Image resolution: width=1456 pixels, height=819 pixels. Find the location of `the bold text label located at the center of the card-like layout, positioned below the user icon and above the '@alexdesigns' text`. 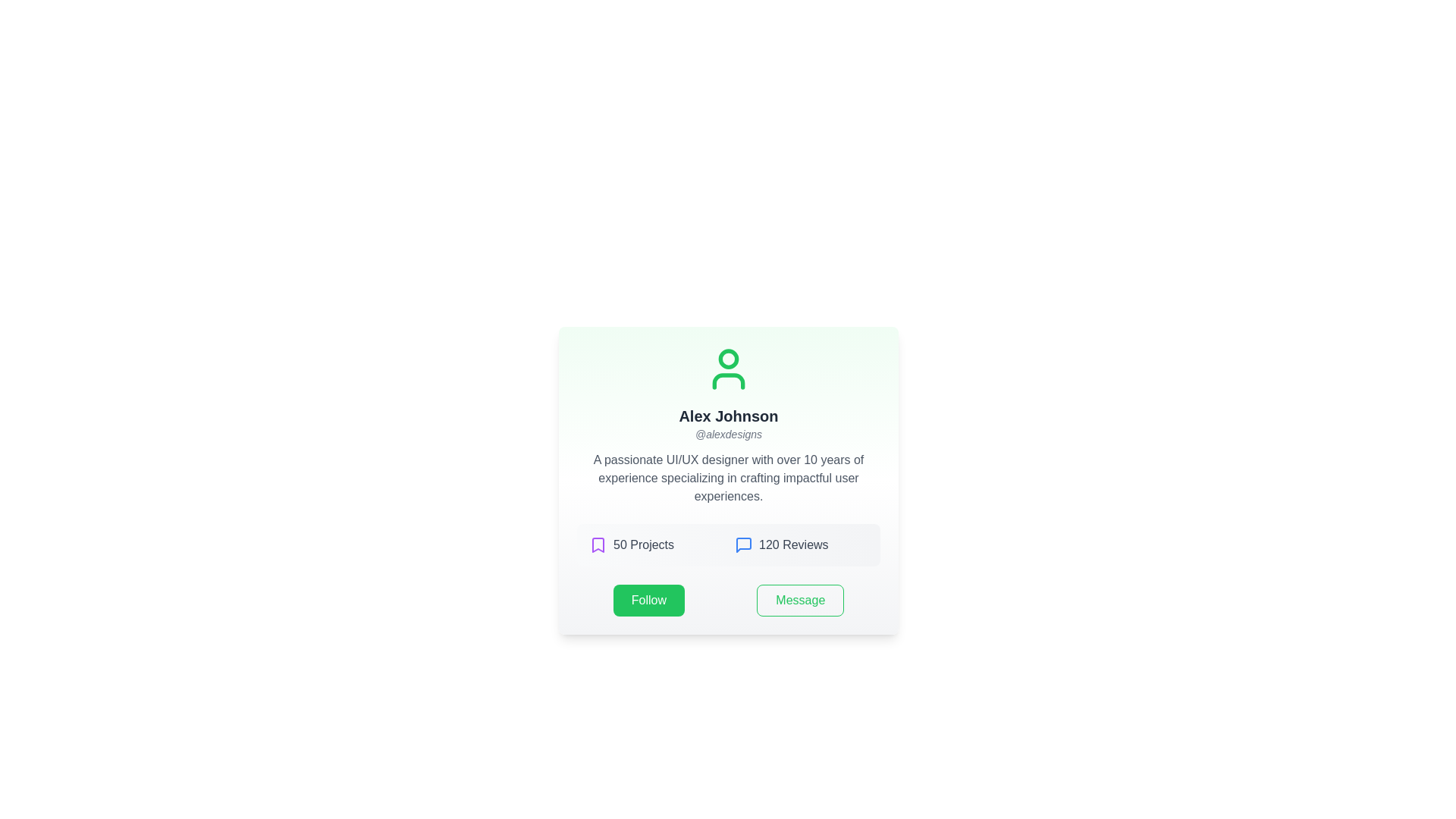

the bold text label located at the center of the card-like layout, positioned below the user icon and above the '@alexdesigns' text is located at coordinates (728, 416).